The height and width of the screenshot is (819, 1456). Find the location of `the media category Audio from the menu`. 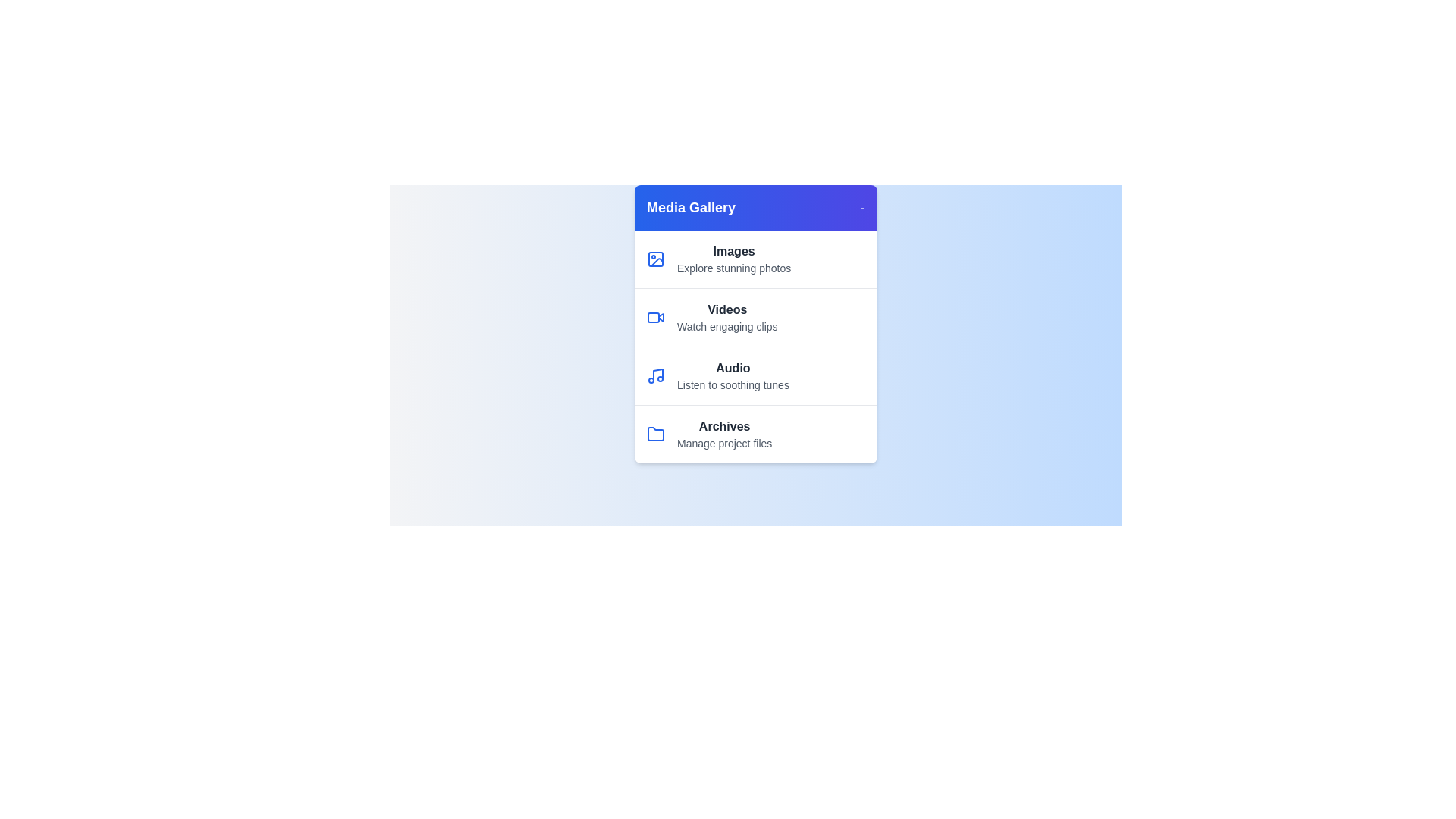

the media category Audio from the menu is located at coordinates (756, 375).